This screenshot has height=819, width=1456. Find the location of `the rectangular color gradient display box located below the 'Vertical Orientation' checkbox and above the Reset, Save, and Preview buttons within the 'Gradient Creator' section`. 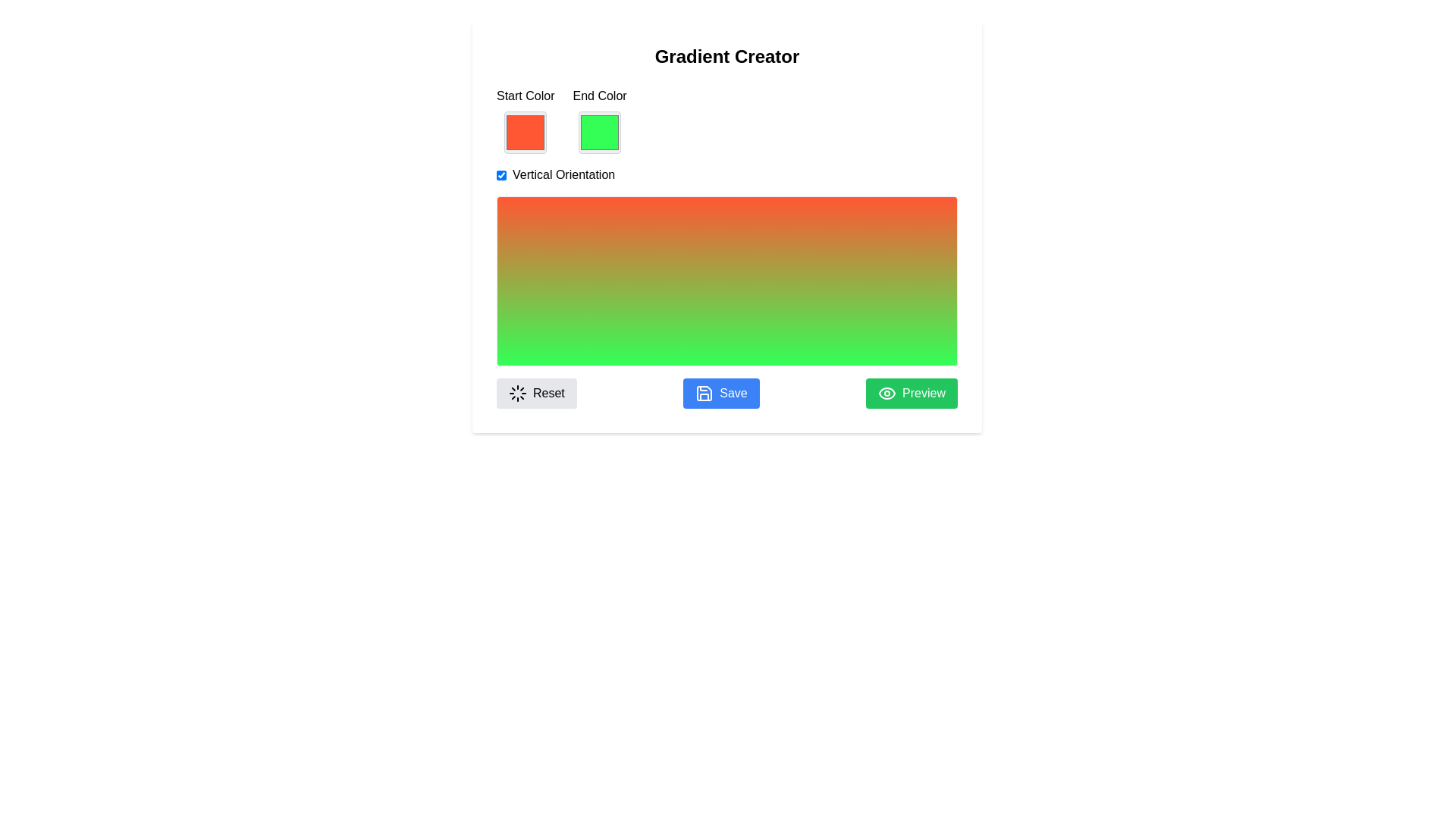

the rectangular color gradient display box located below the 'Vertical Orientation' checkbox and above the Reset, Save, and Preview buttons within the 'Gradient Creator' section is located at coordinates (726, 247).